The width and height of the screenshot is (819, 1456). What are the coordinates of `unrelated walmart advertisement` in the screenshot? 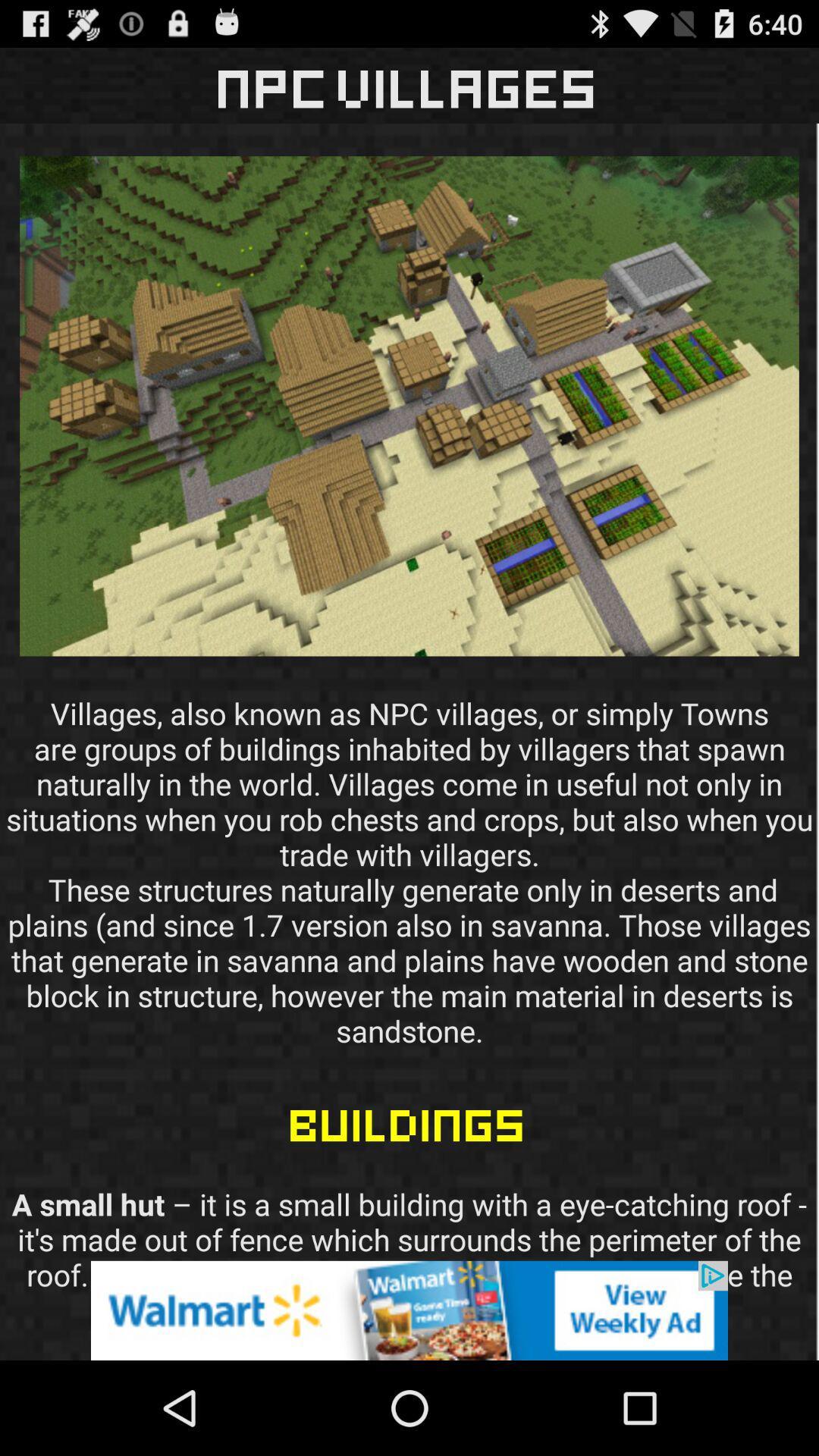 It's located at (409, 1310).